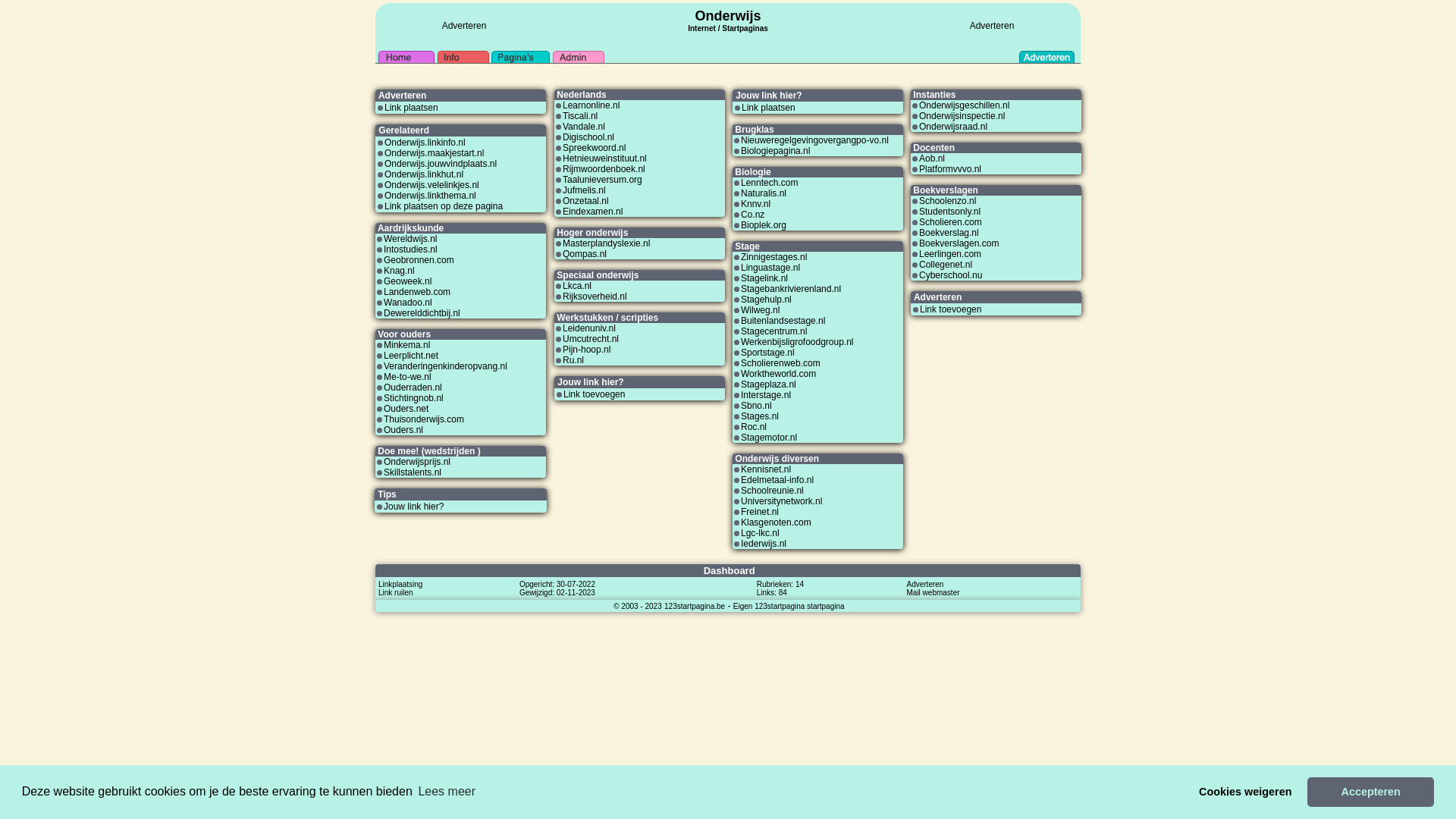 Image resolution: width=1456 pixels, height=819 pixels. What do you see at coordinates (918, 125) in the screenshot?
I see `'Onderwijsraad.nl'` at bounding box center [918, 125].